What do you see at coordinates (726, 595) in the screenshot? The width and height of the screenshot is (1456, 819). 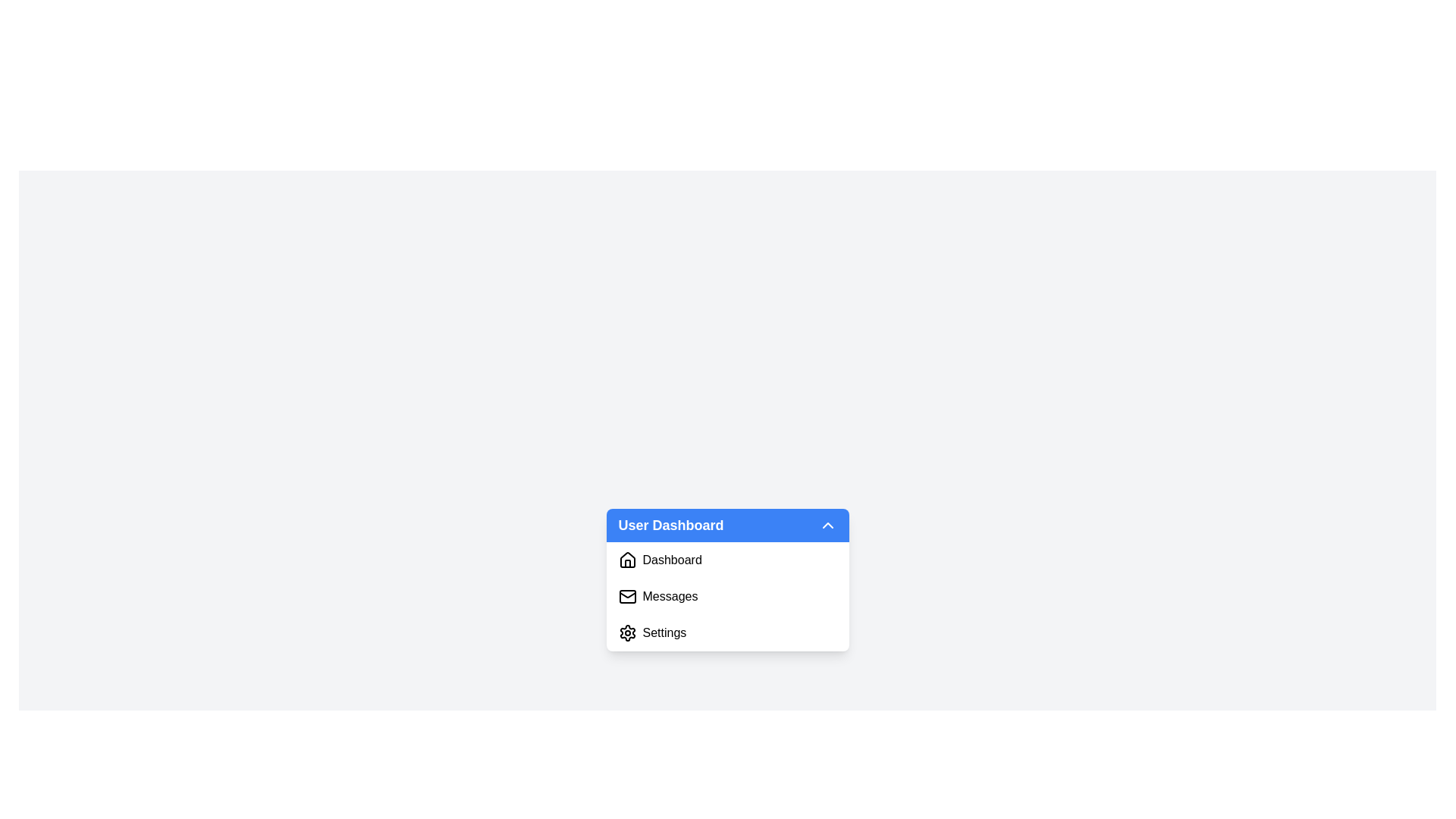 I see `the Navigation List Item labeled 'Messages' to activate its hover effect, which changes its background to light blue` at bounding box center [726, 595].